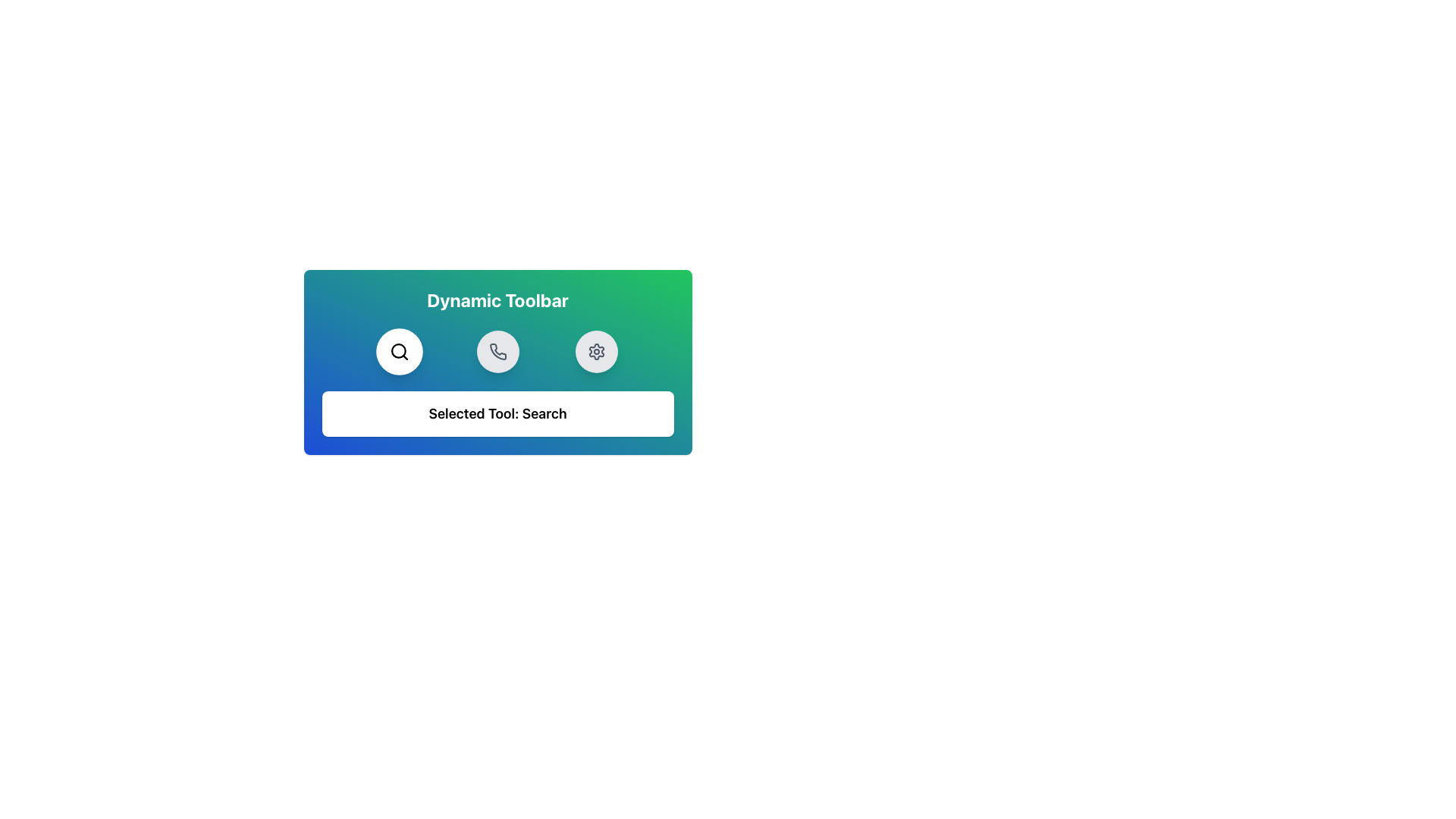 The image size is (1456, 819). I want to click on the informational label displaying the currently selected tool 'Search' located at the bottom center of the Dynamic Toolbar, so click(497, 414).